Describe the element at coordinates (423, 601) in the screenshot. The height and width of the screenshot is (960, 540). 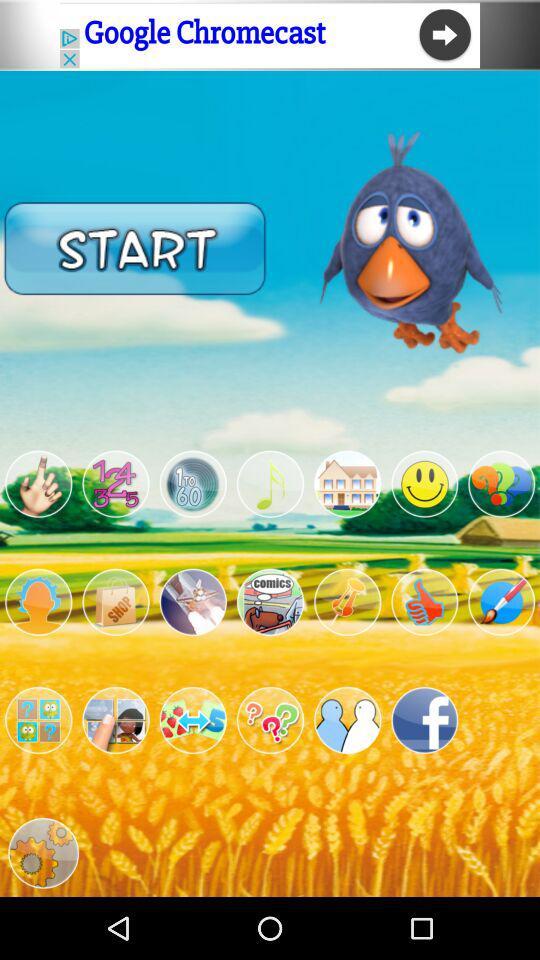
I see `switch to like option` at that location.